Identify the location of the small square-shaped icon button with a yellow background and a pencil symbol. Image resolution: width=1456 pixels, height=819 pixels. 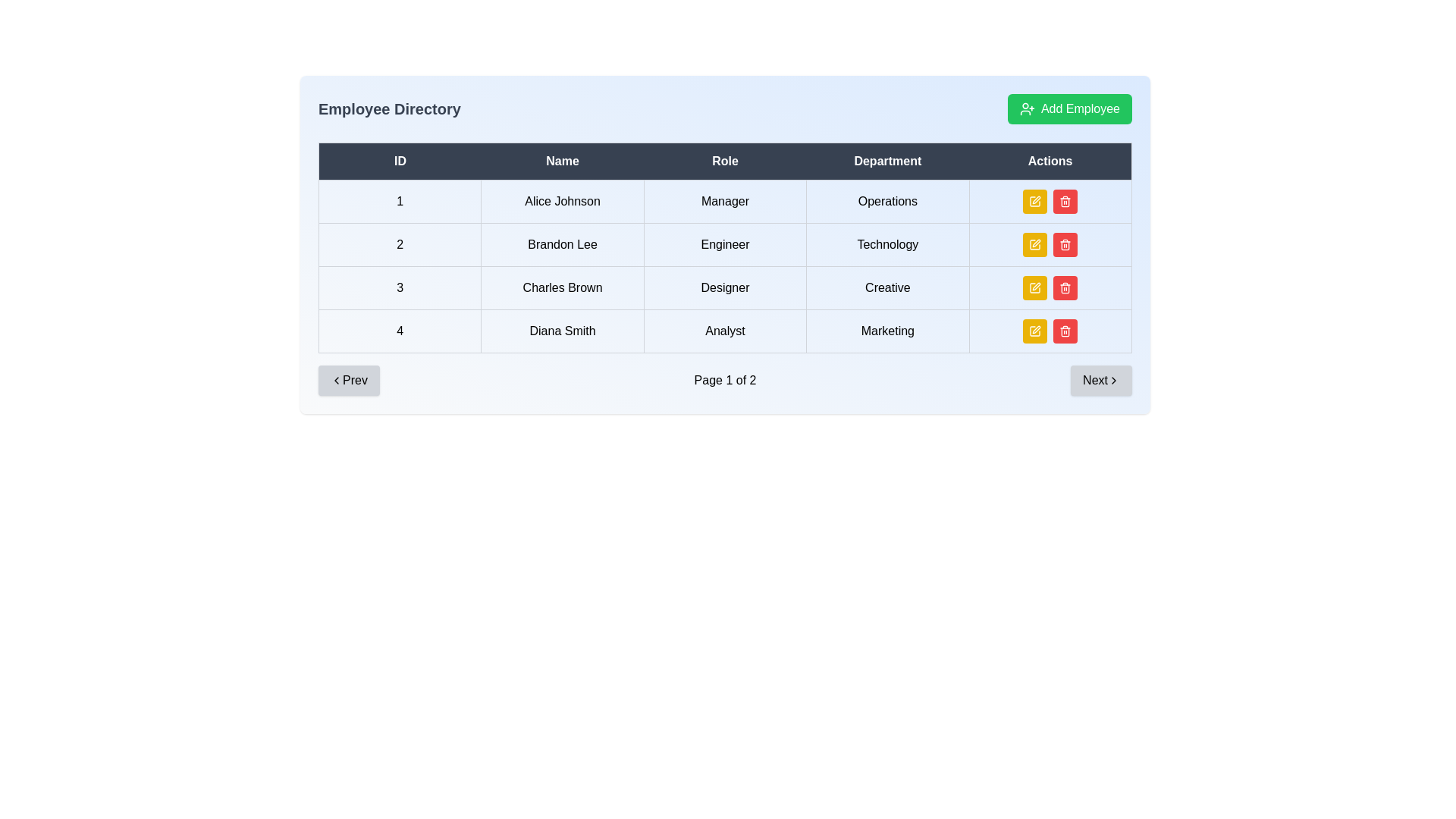
(1034, 288).